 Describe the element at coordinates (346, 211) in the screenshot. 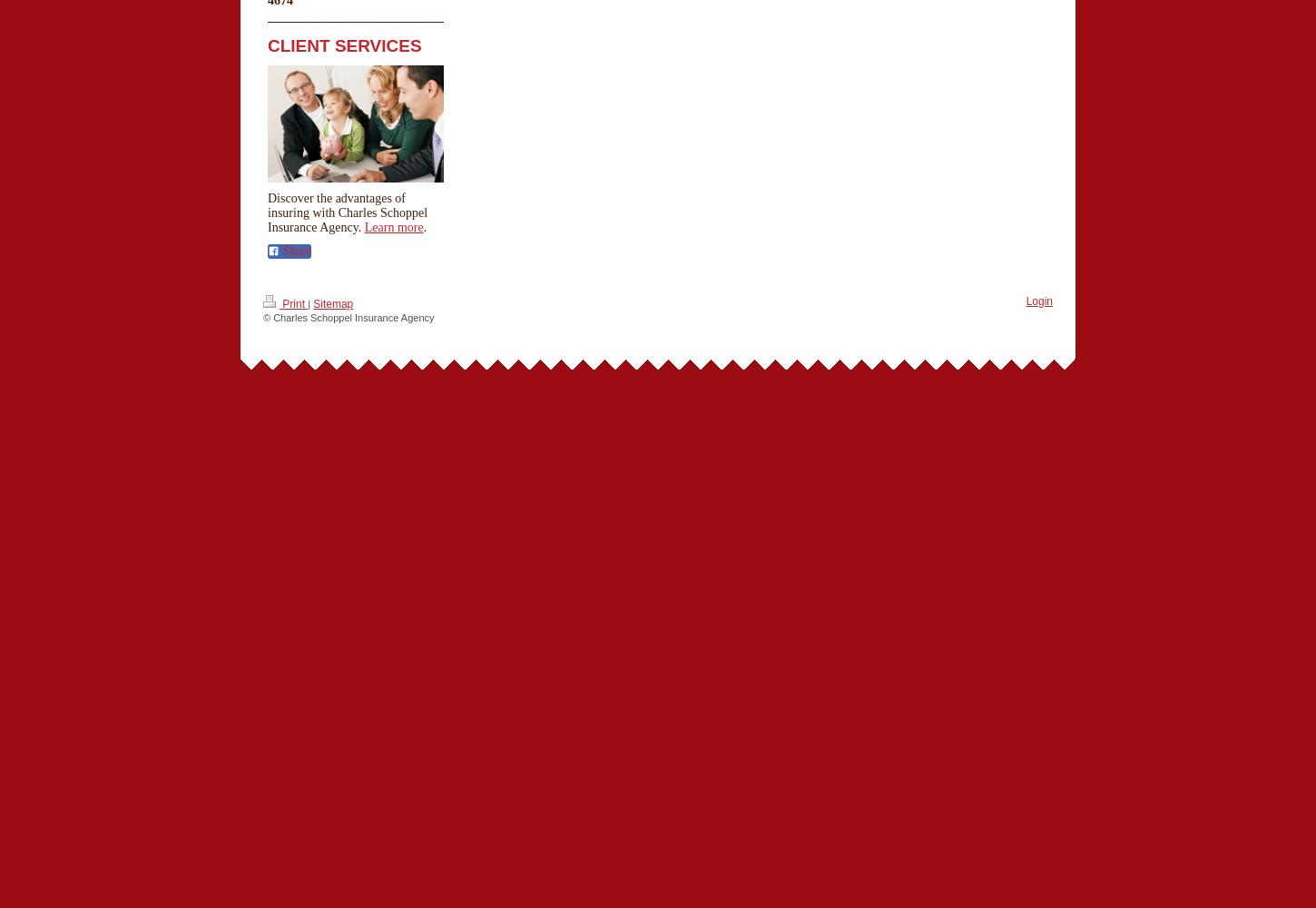

I see `'Discover the advantages of insuring with Charles Schoppel Insurance Agency.'` at that location.